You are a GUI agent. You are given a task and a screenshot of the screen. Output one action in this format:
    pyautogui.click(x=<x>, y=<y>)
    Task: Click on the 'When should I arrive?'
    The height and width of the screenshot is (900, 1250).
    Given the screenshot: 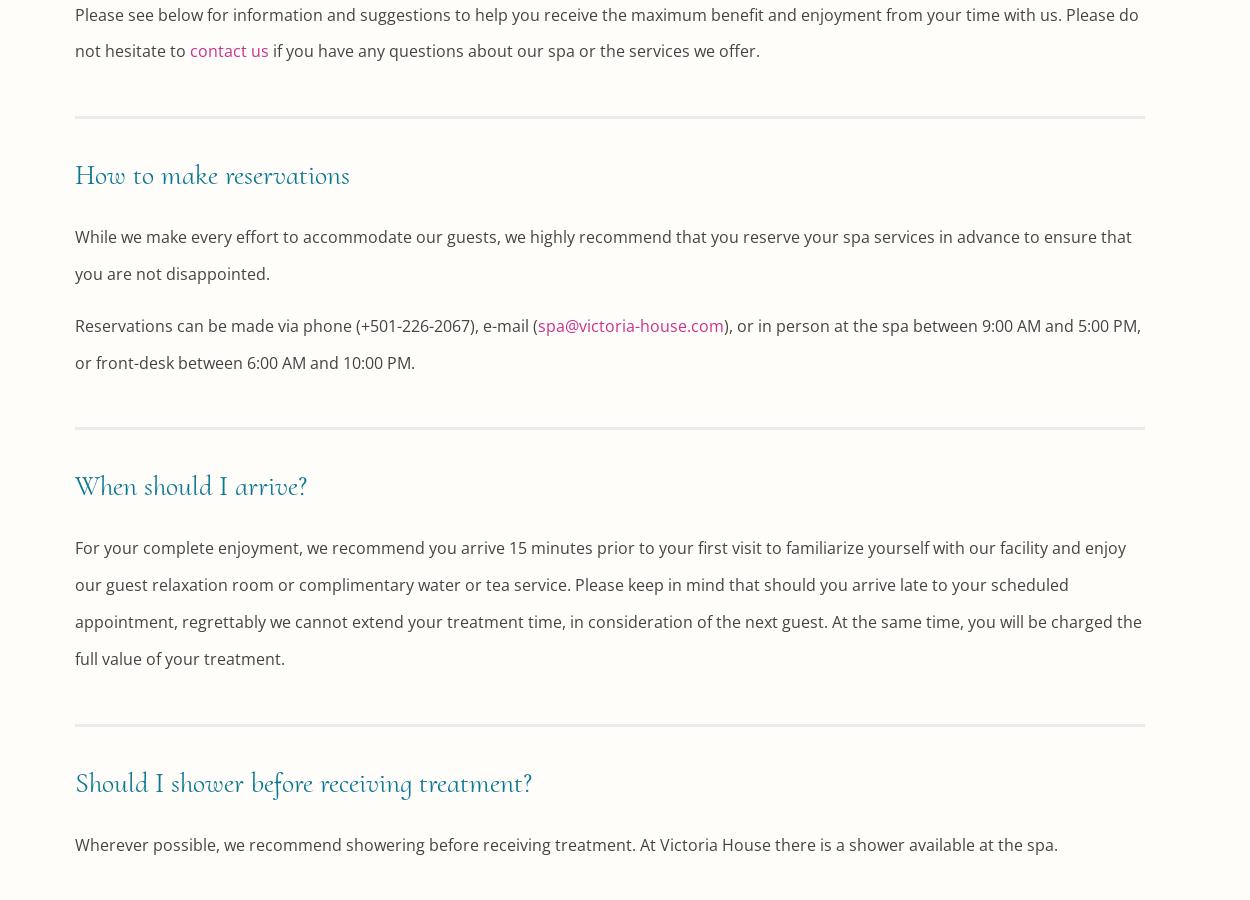 What is the action you would take?
    pyautogui.click(x=190, y=485)
    